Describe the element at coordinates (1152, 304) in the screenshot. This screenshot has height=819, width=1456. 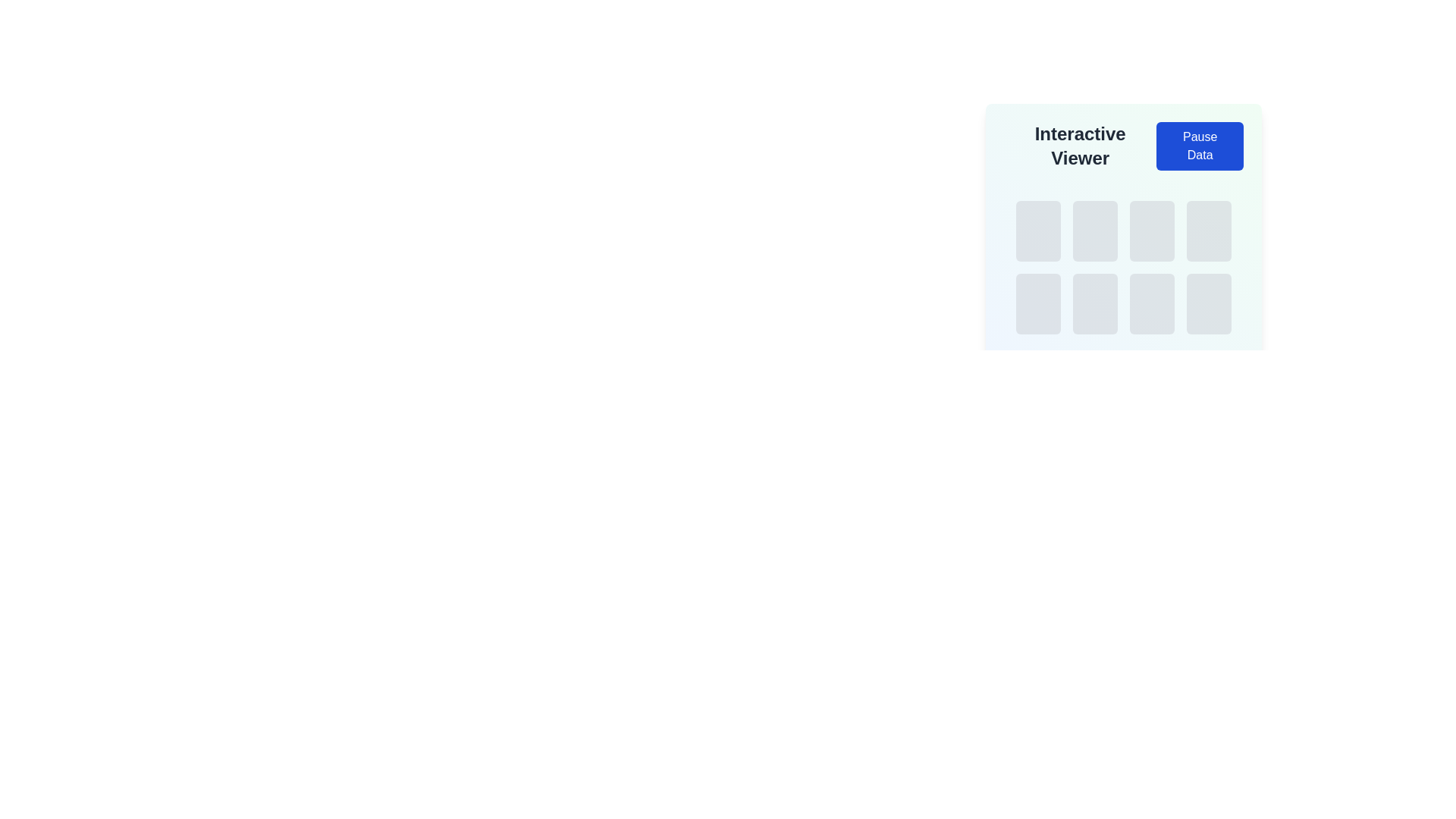
I see `the visual placeholder located in the third column of the second row in the grid layout` at that location.